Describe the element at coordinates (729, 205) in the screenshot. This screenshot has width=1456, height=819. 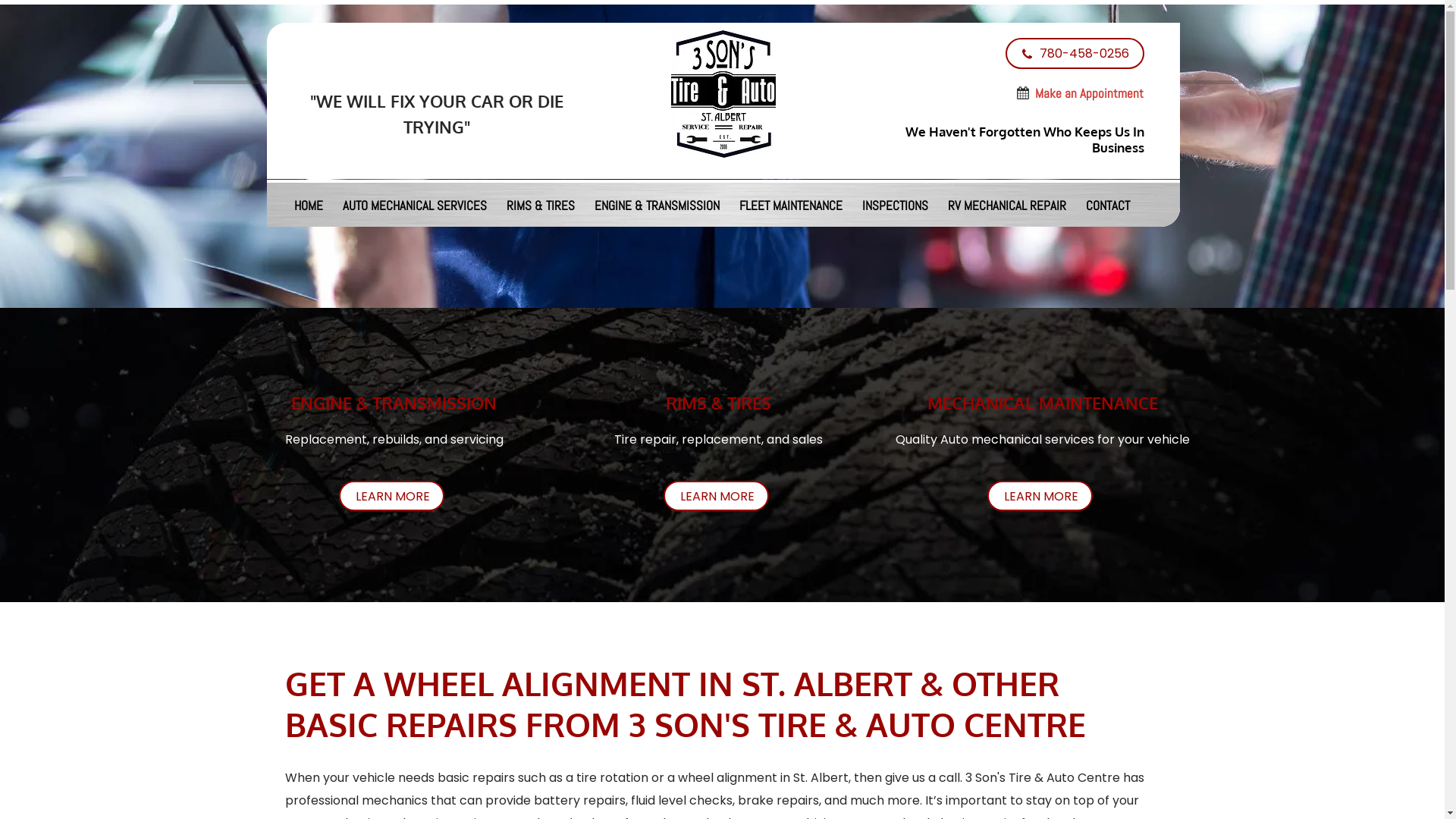
I see `'FLEET MAINTENANCE'` at that location.